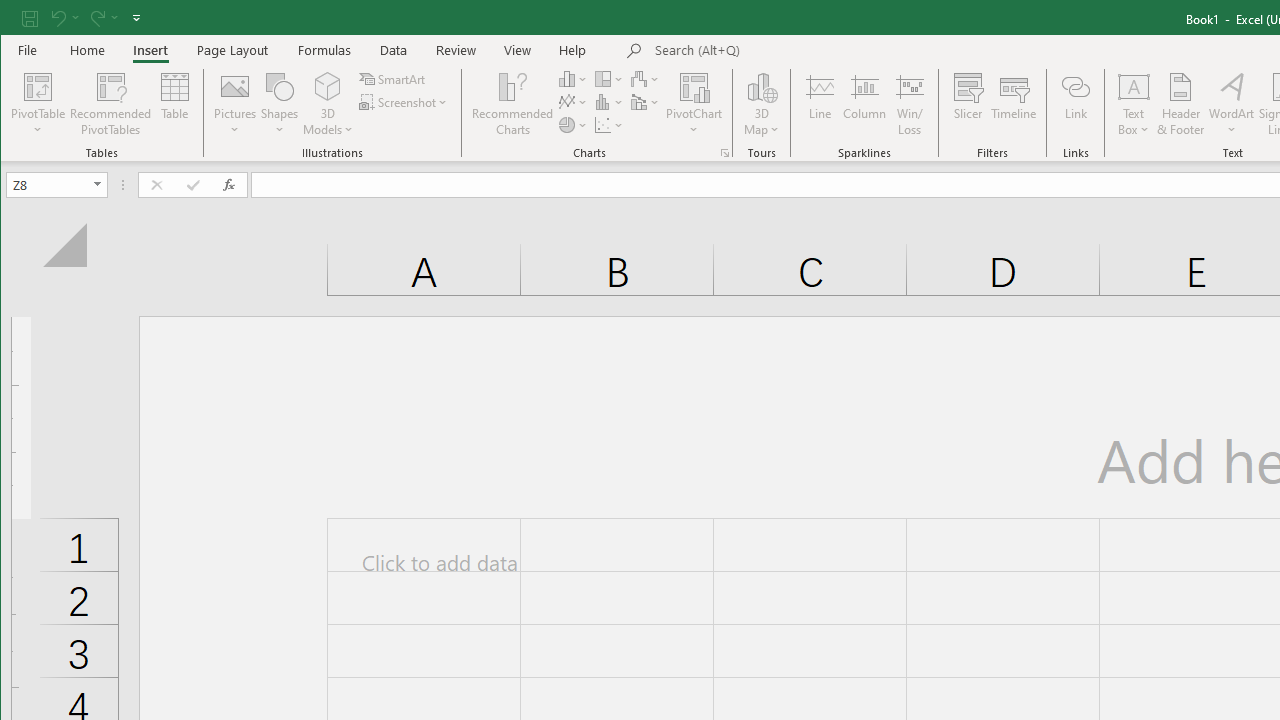  I want to click on 'Win/Loss', so click(909, 104).